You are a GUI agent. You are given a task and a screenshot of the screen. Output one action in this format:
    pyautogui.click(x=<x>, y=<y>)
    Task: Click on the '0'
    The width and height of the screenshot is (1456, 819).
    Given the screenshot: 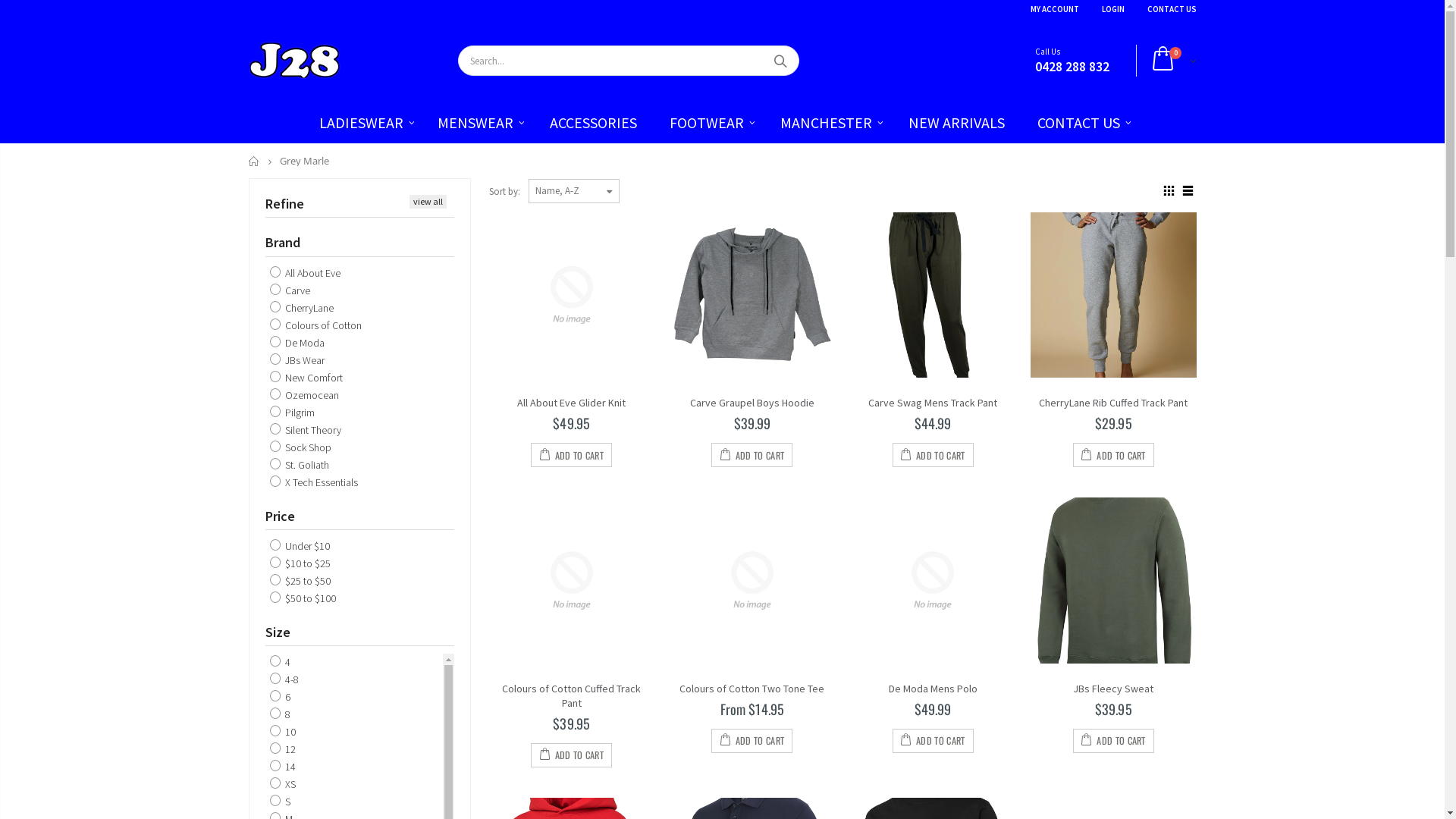 What is the action you would take?
    pyautogui.click(x=1169, y=60)
    